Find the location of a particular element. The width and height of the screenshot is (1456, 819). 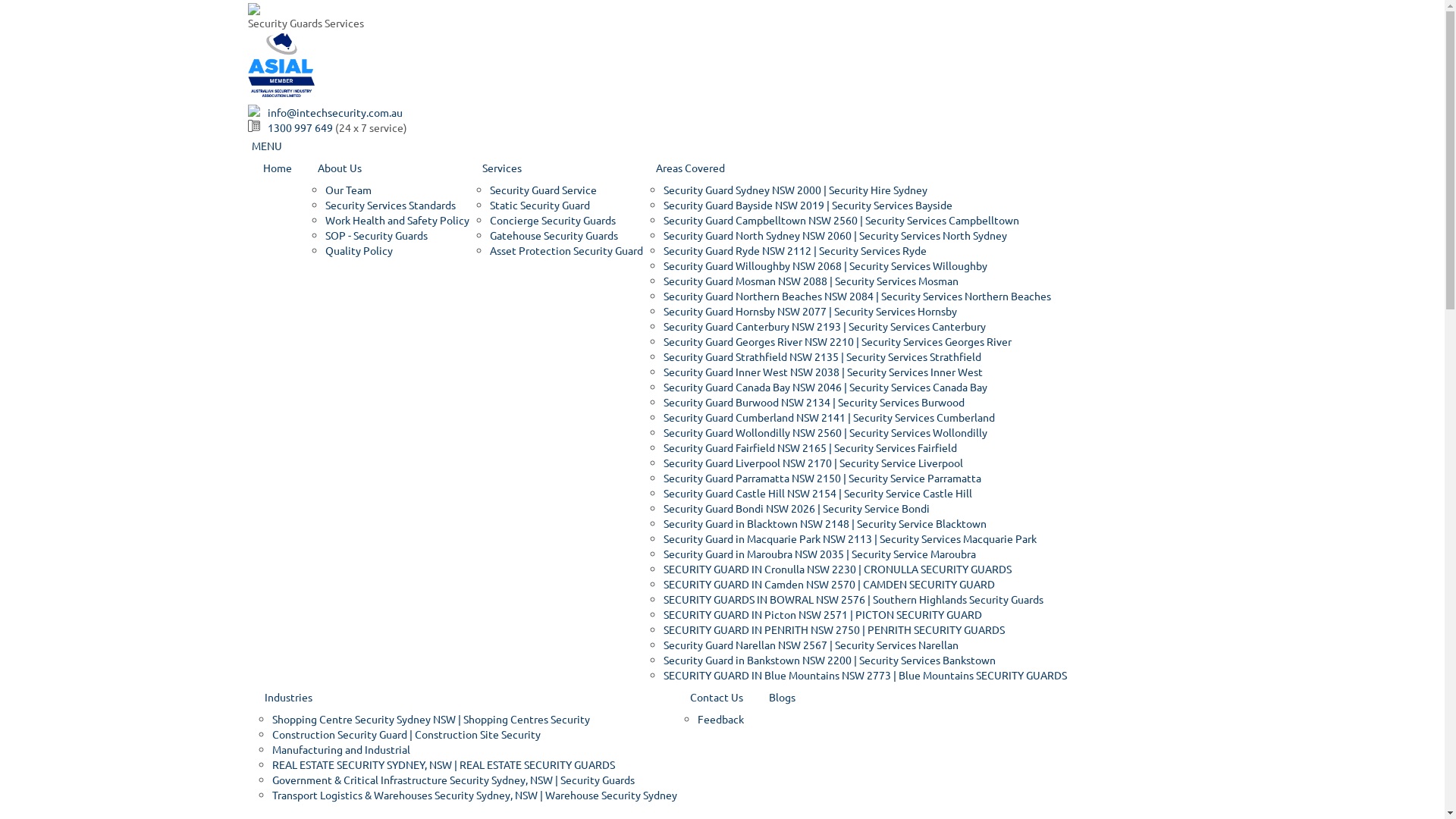

'Our Team' is located at coordinates (347, 189).